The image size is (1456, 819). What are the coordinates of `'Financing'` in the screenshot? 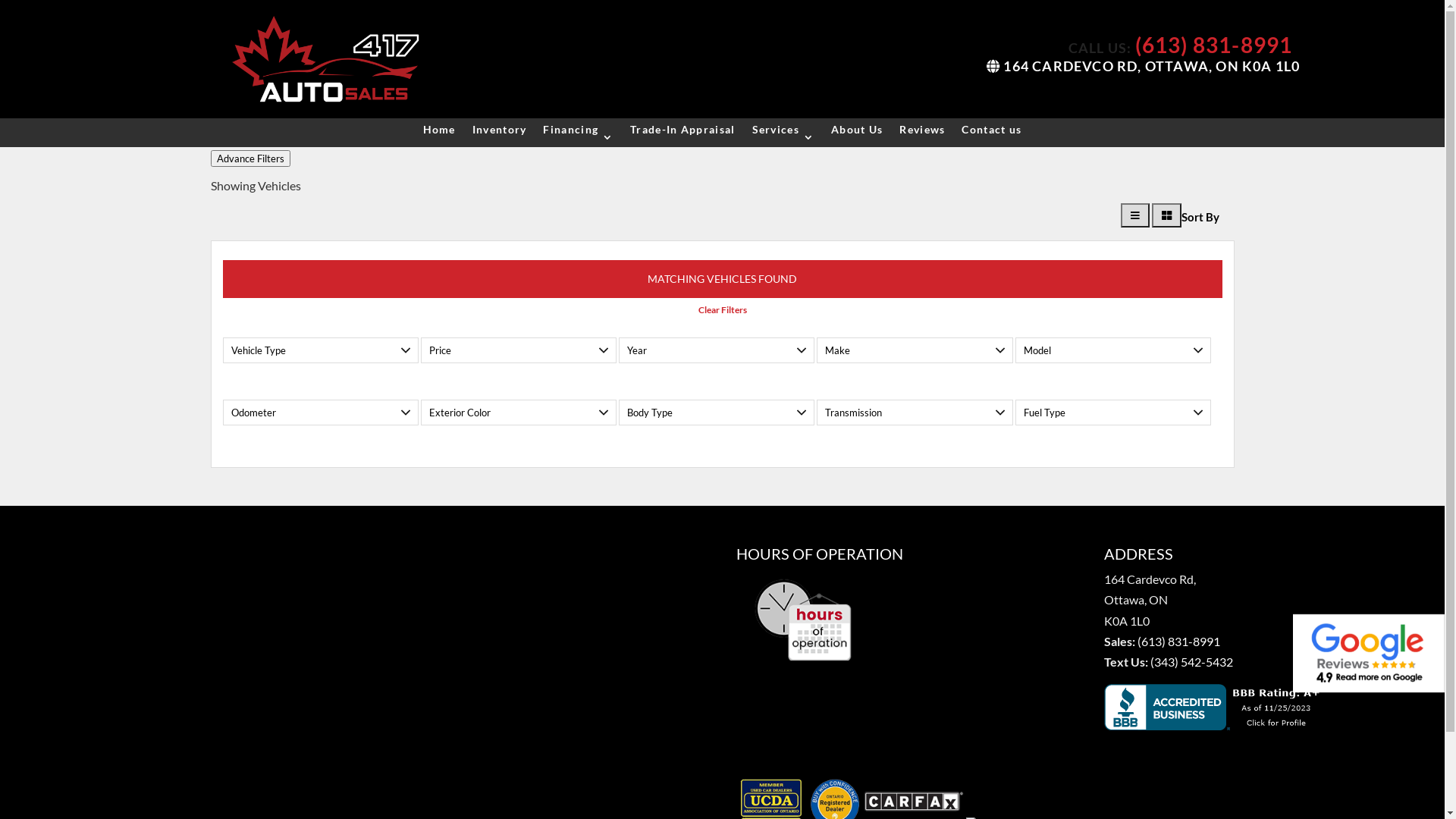 It's located at (542, 131).